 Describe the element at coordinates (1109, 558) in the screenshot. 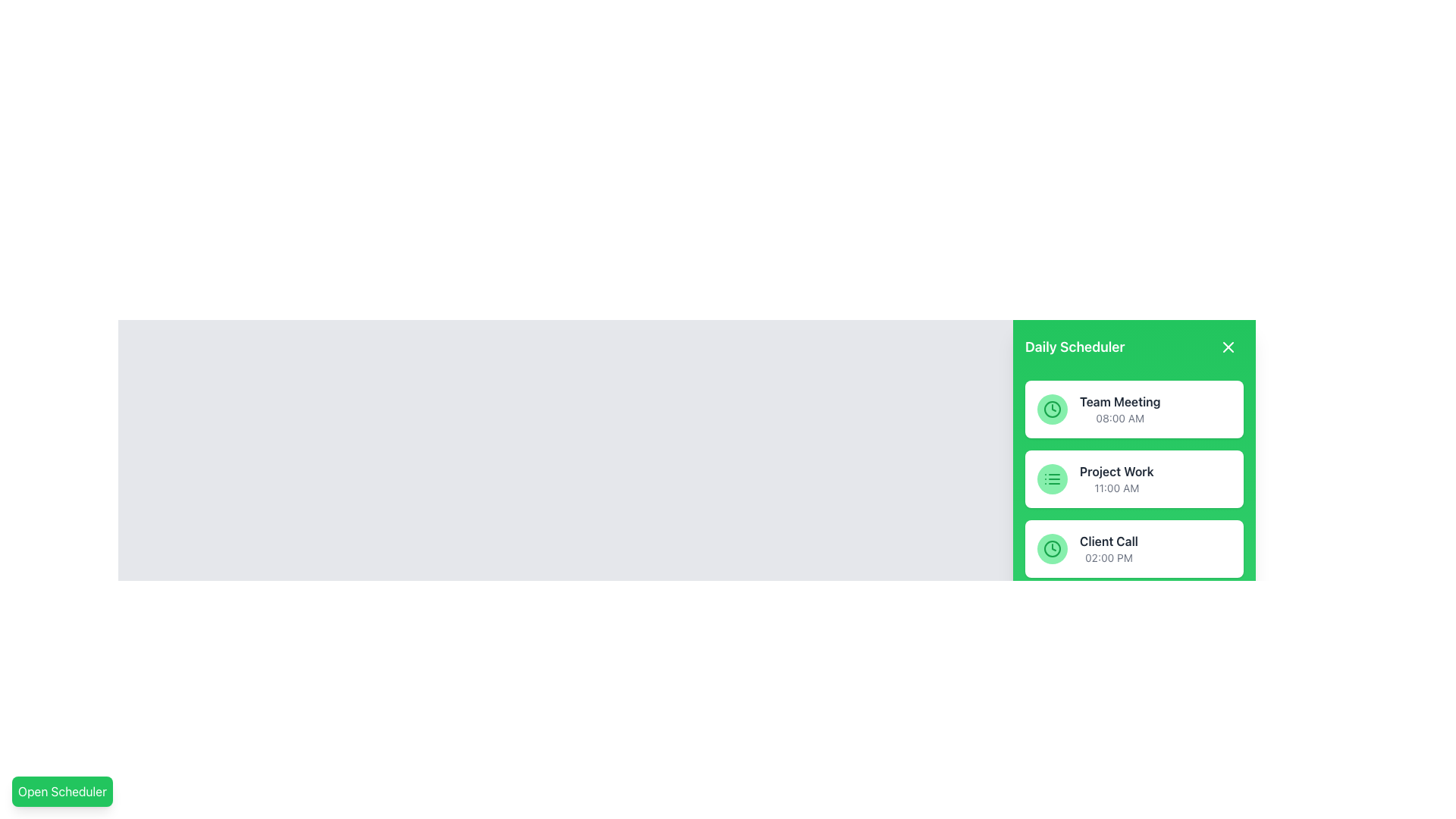

I see `the gray text label displaying the time value '02:00 PM' aligned to the right within the 'Client Call' list item` at that location.